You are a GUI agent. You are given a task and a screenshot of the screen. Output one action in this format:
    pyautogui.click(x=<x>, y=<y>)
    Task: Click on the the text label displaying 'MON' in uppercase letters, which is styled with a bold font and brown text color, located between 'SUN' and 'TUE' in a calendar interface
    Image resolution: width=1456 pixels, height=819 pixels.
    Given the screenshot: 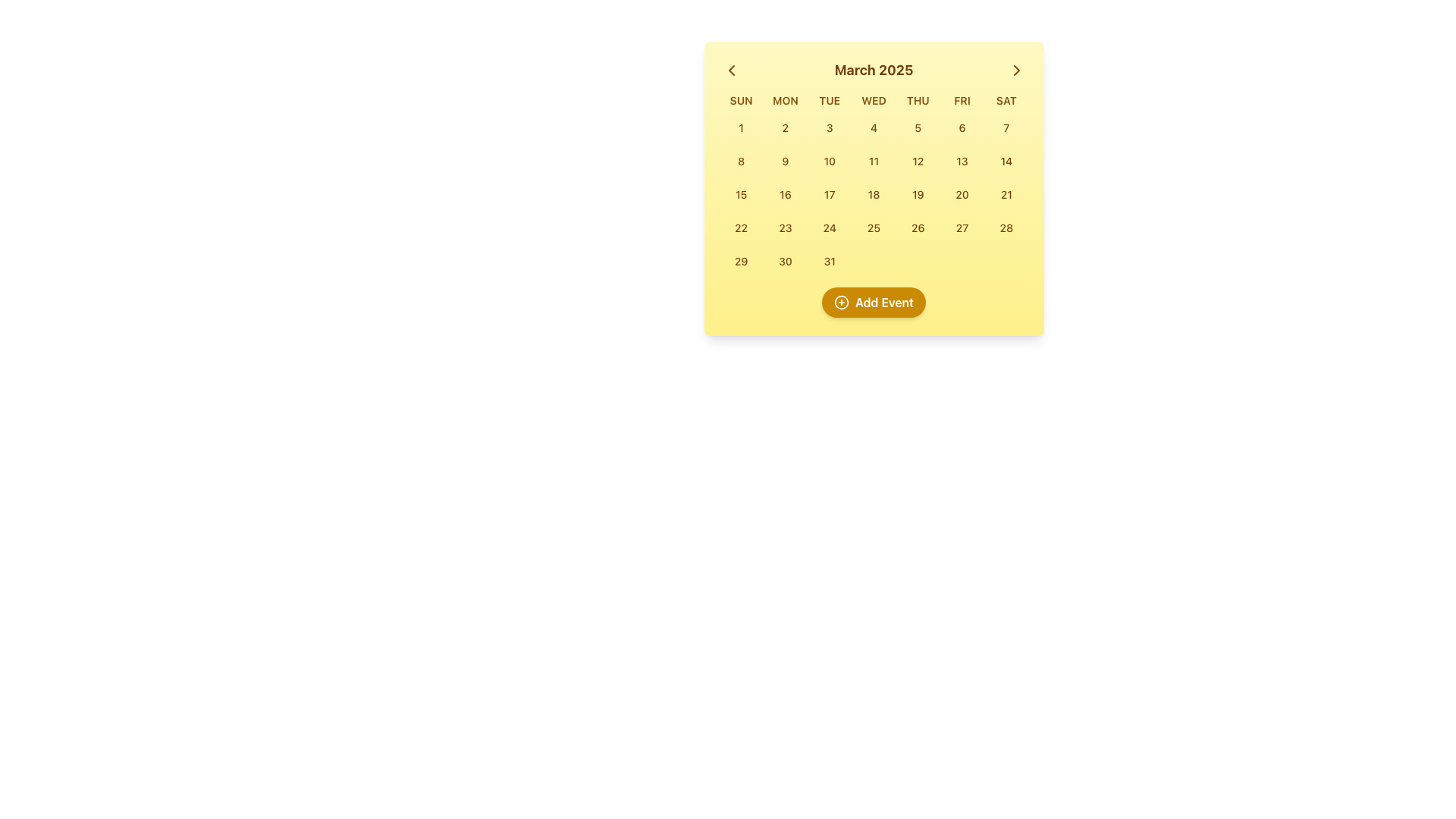 What is the action you would take?
    pyautogui.click(x=785, y=100)
    